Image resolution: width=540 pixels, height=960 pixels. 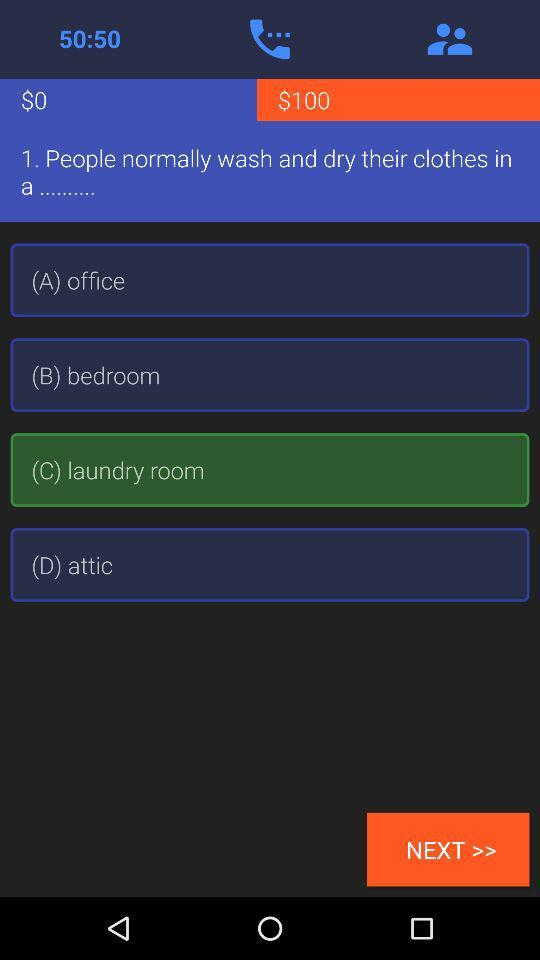 I want to click on friends, so click(x=449, y=38).